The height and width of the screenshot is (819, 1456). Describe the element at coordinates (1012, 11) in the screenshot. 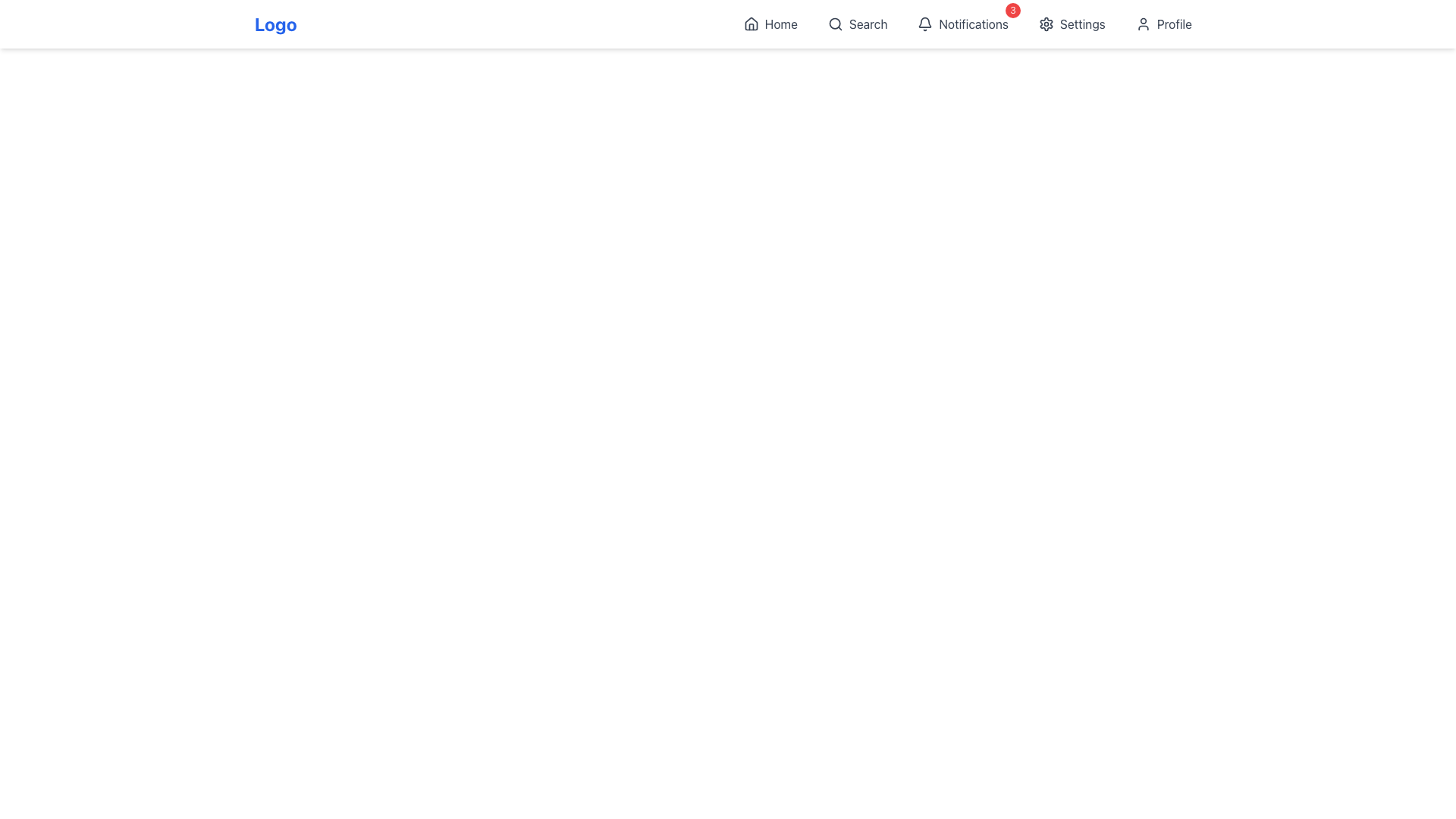

I see `the red circular Notification Badge displaying the number '3' in white text, located to the top-right of the 'Notifications' icon` at that location.